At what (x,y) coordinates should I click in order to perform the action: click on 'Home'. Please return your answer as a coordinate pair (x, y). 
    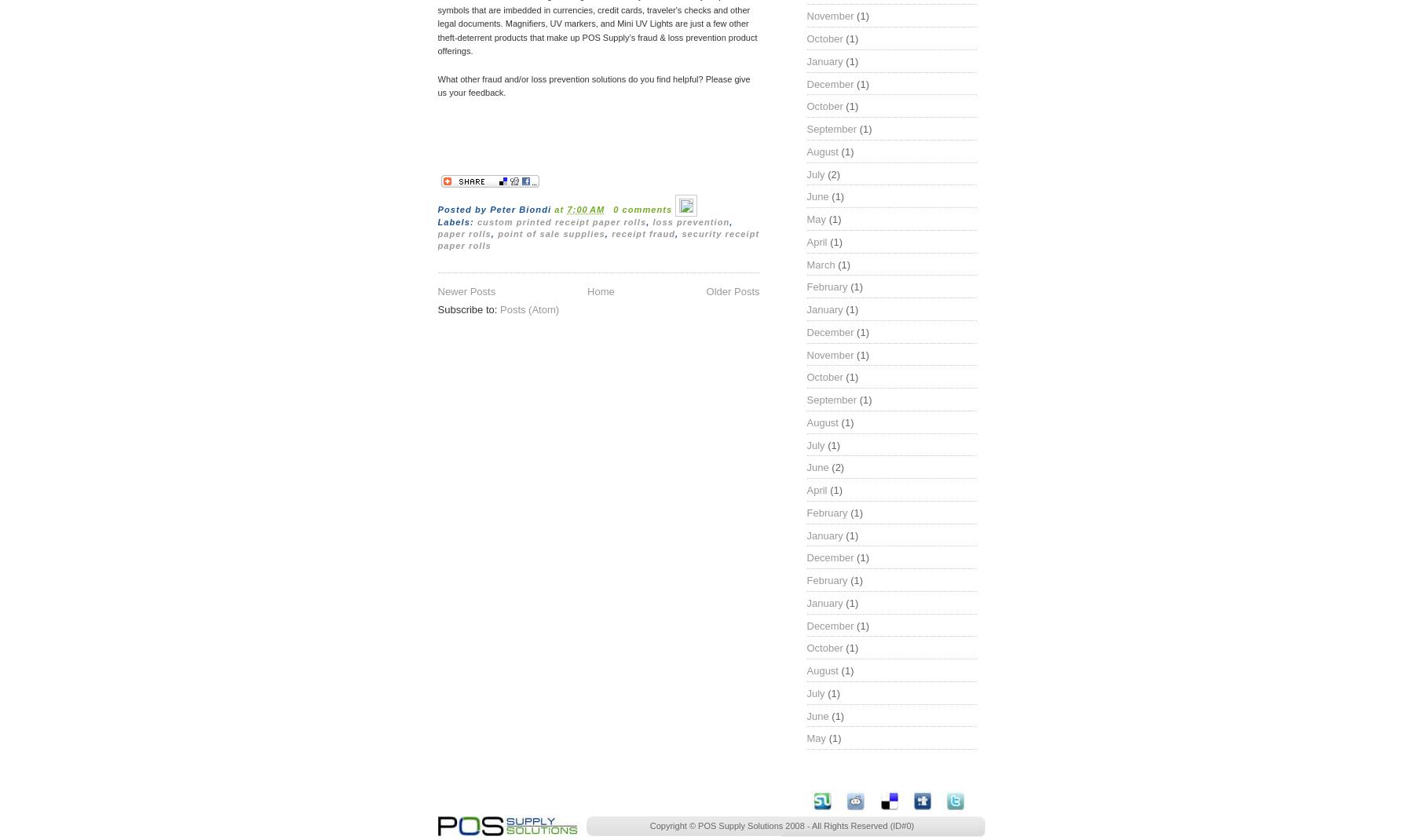
    Looking at the image, I should click on (599, 290).